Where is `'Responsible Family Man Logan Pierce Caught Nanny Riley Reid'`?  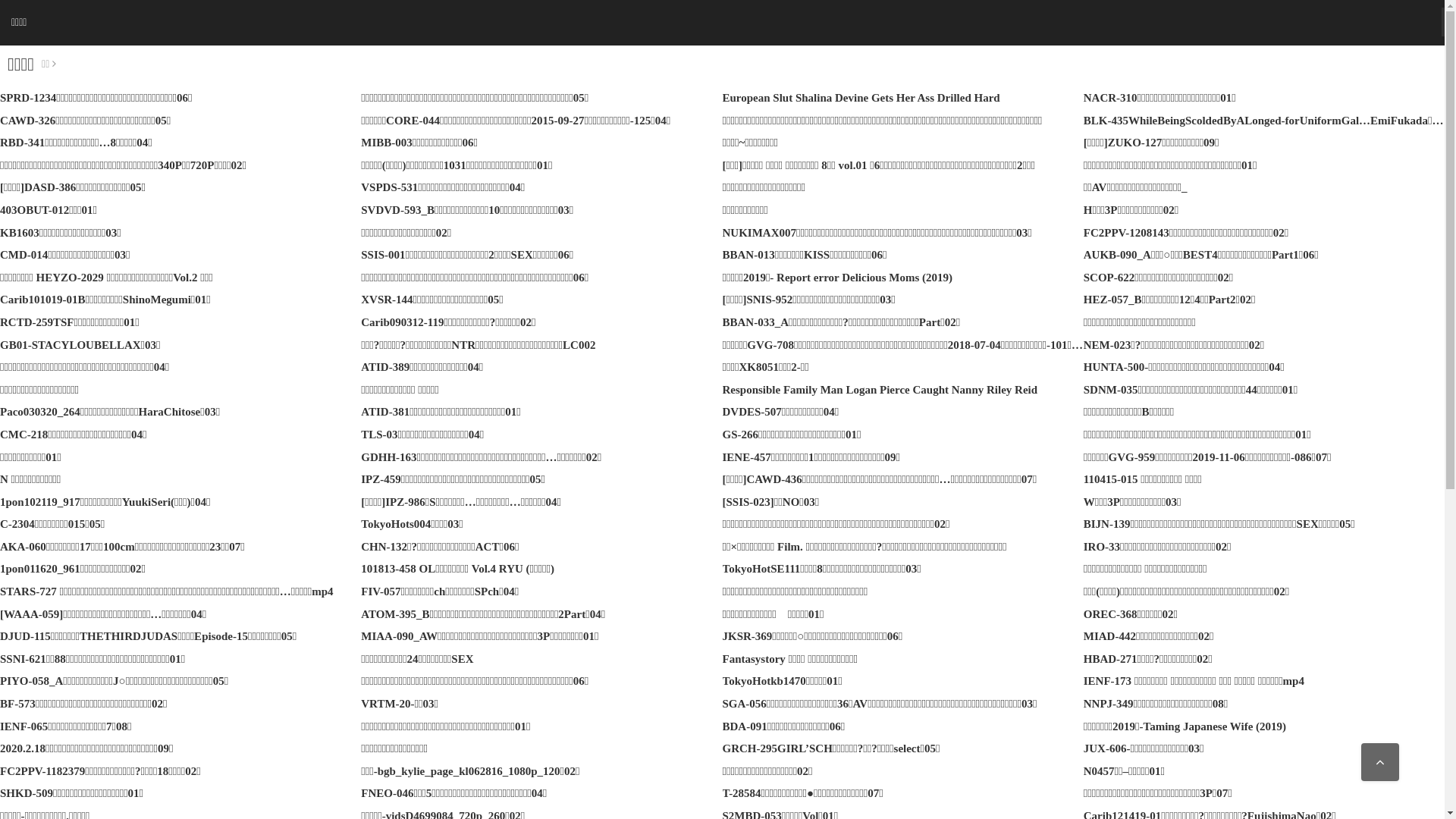
'Responsible Family Man Logan Pierce Caught Nanny Riley Reid' is located at coordinates (880, 388).